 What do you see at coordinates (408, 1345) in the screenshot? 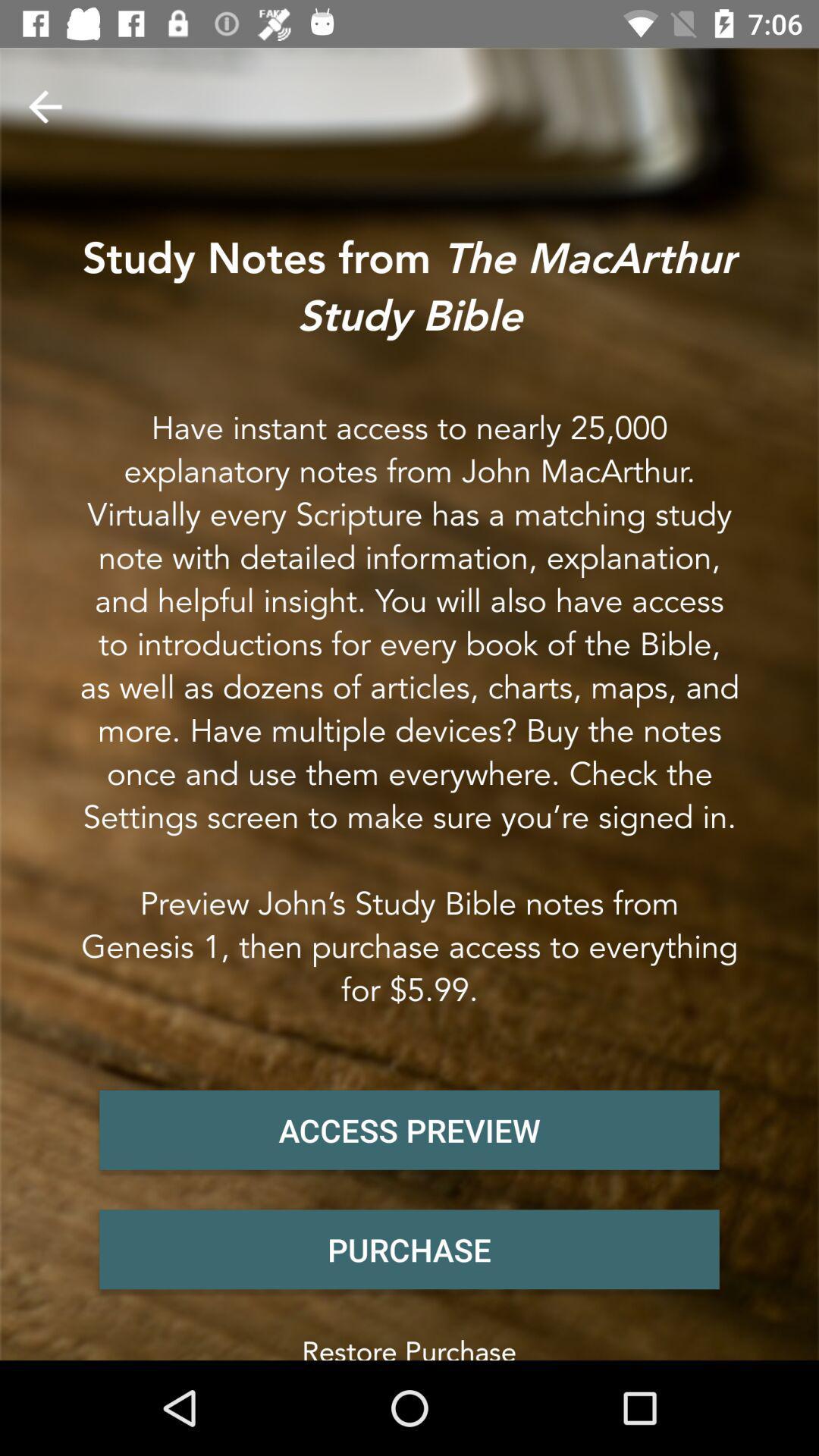
I see `the restore purchase item` at bounding box center [408, 1345].